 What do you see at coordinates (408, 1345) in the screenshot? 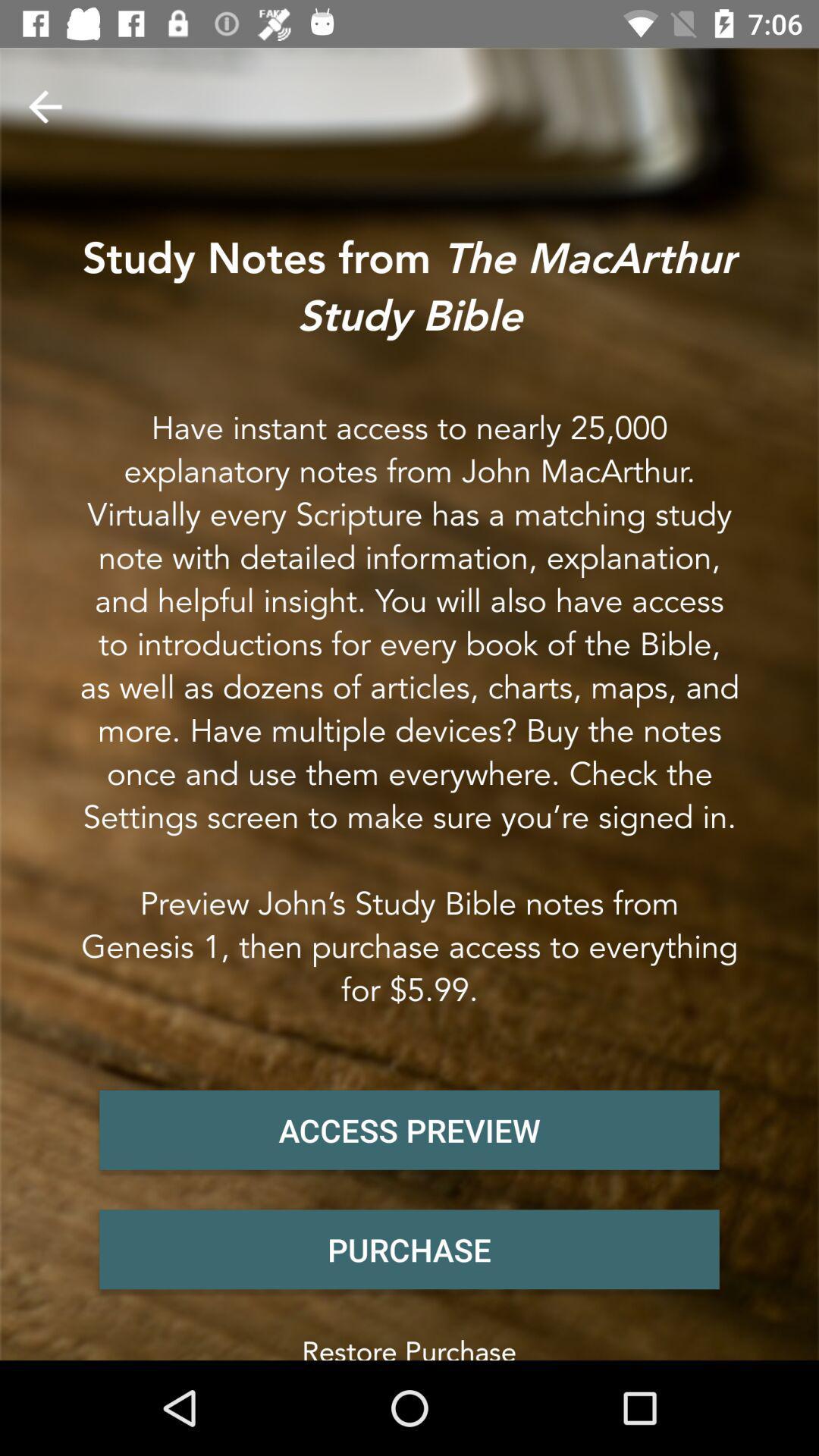
I see `the restore purchase item` at bounding box center [408, 1345].